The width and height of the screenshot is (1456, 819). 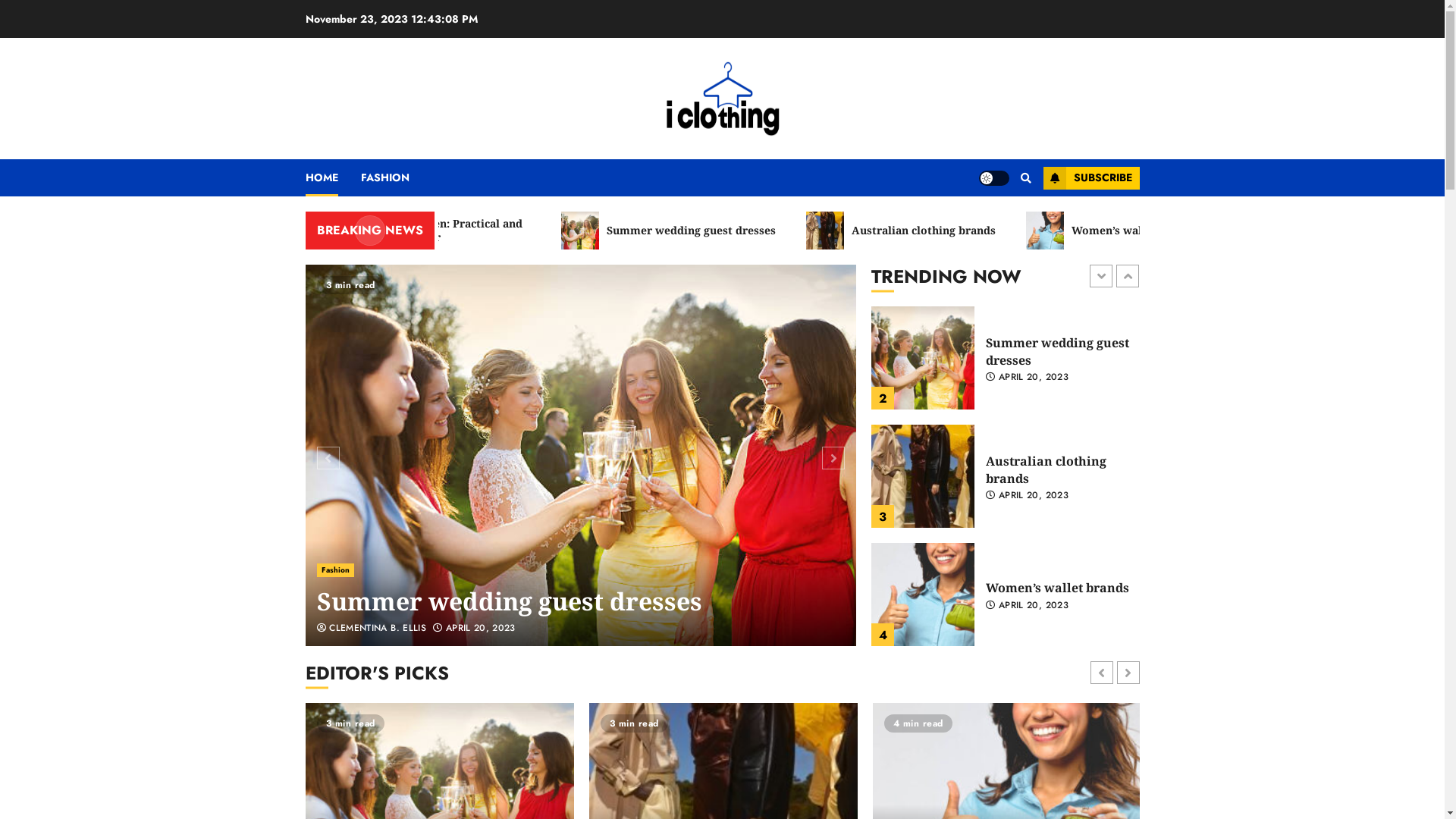 What do you see at coordinates (1015, 177) in the screenshot?
I see `'Search'` at bounding box center [1015, 177].